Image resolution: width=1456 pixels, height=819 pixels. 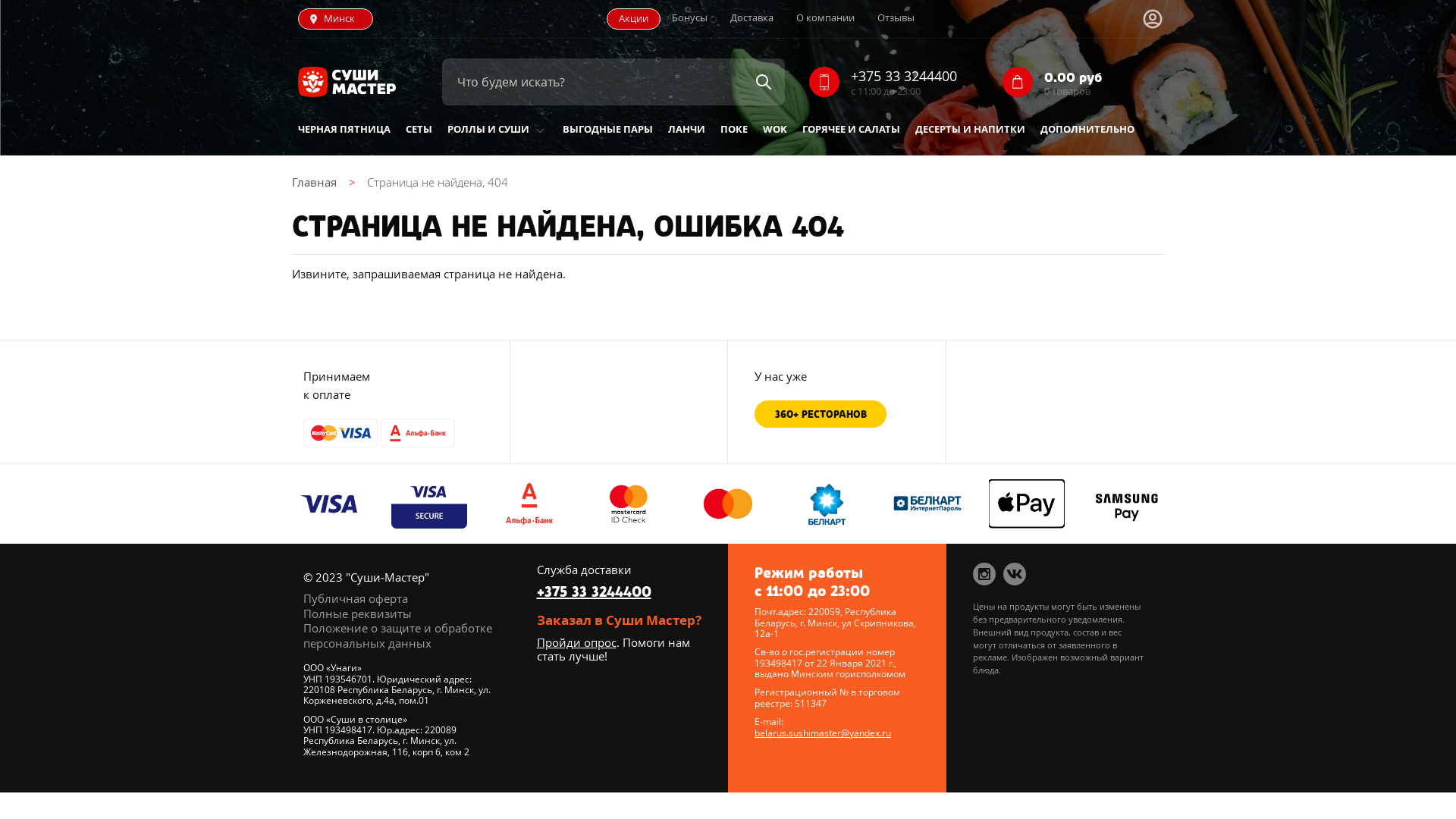 What do you see at coordinates (775, 128) in the screenshot?
I see `'WOK'` at bounding box center [775, 128].